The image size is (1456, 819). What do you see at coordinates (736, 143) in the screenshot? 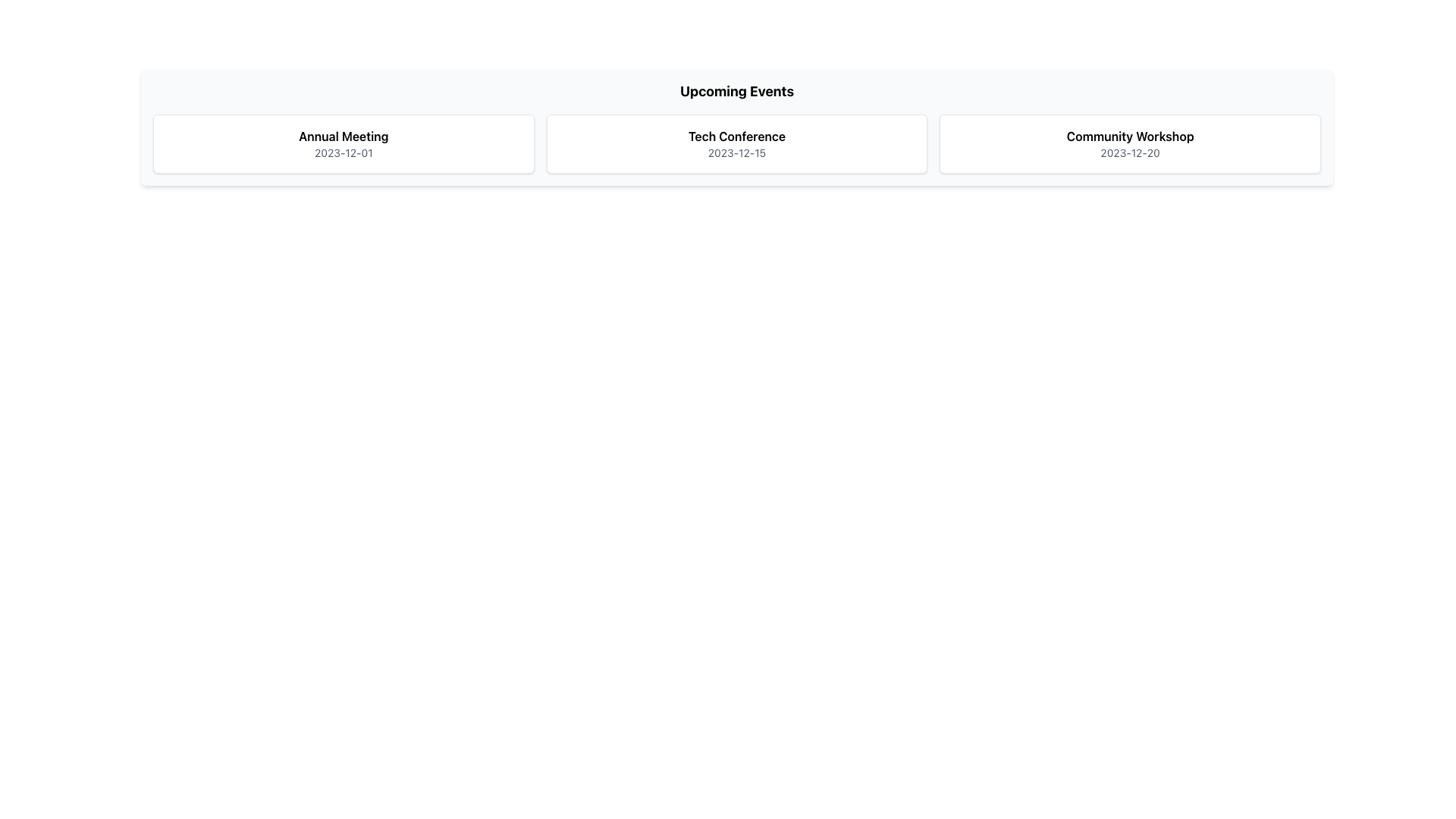
I see `event information displayed in the Text Display Element within the second card of the 'Upcoming Events' section, which shows 'Tech Conference' and the date '2023-12-15'` at bounding box center [736, 143].